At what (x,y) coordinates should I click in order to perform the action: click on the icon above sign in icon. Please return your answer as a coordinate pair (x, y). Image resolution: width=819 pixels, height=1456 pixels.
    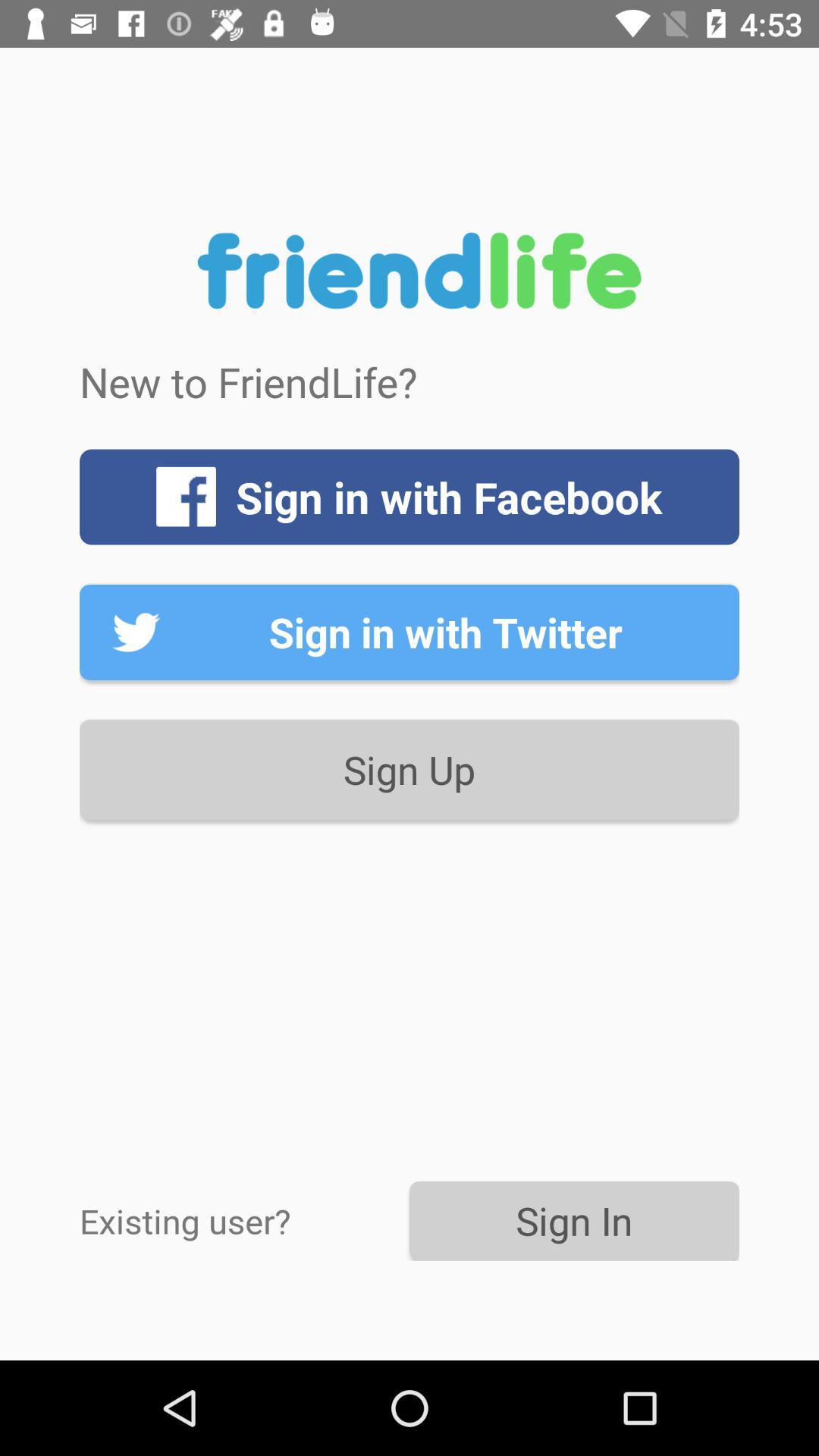
    Looking at the image, I should click on (409, 770).